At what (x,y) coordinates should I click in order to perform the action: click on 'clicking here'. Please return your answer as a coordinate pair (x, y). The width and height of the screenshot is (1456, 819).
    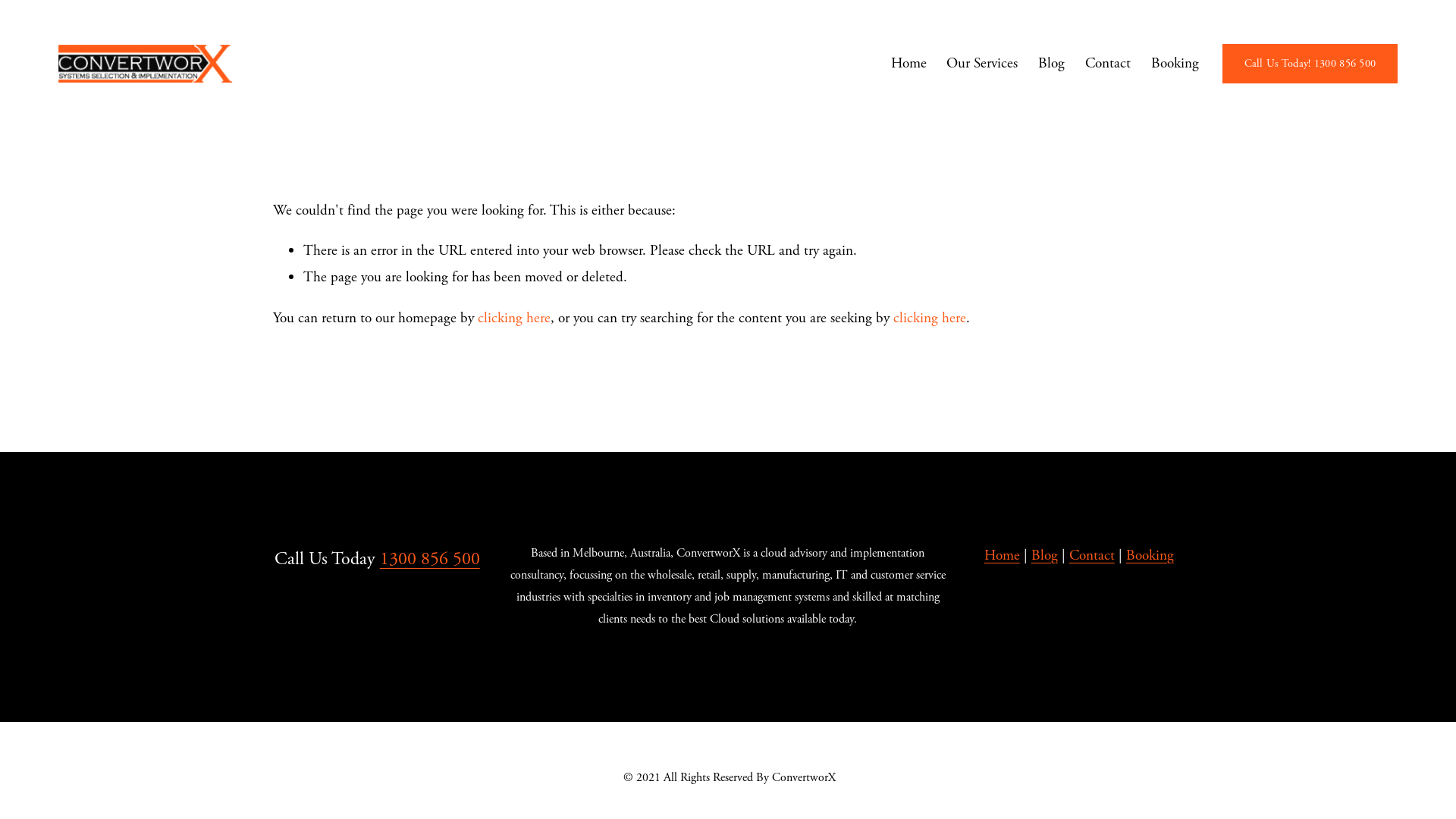
    Looking at the image, I should click on (513, 317).